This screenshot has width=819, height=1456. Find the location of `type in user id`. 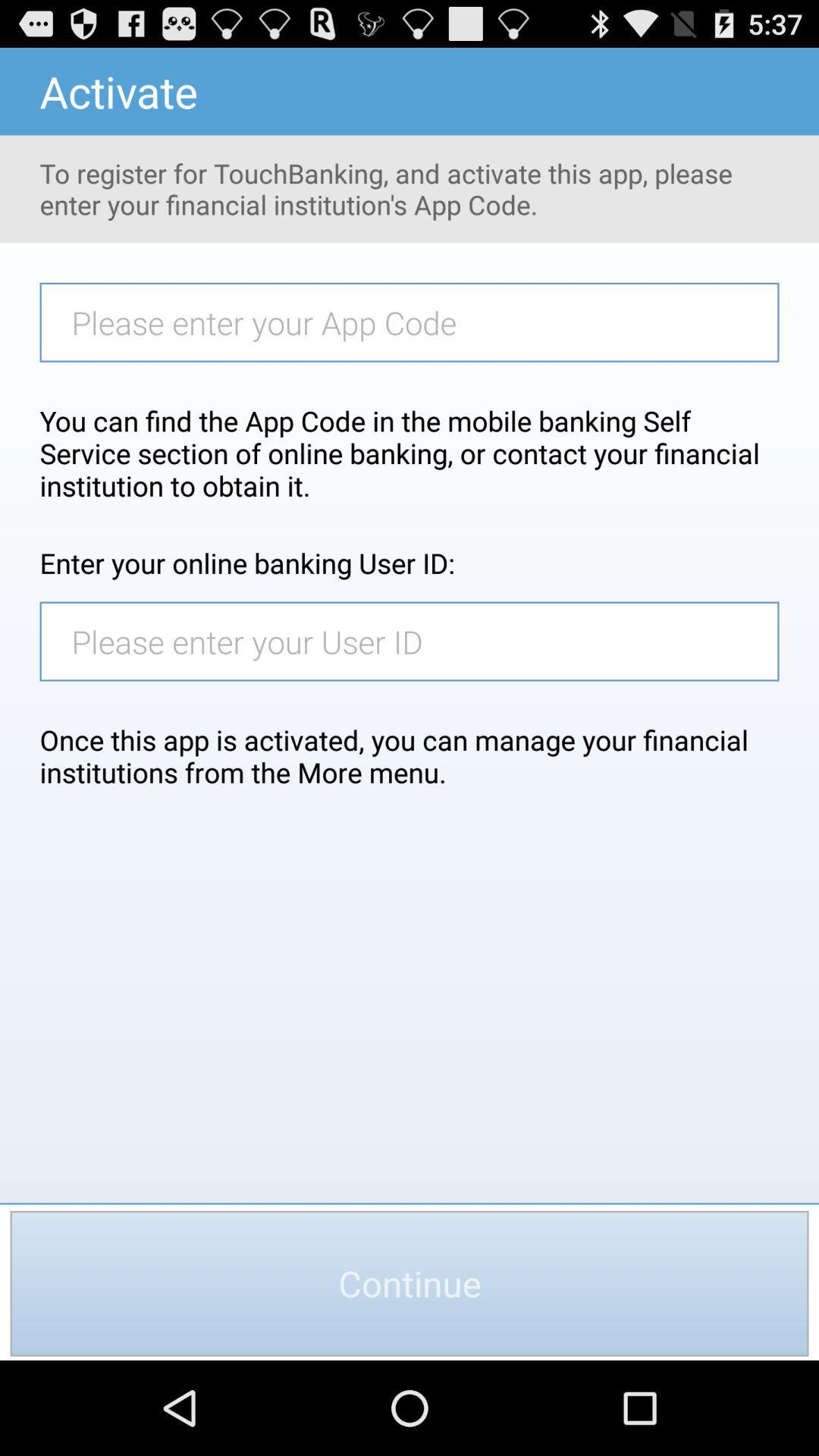

type in user id is located at coordinates (417, 641).